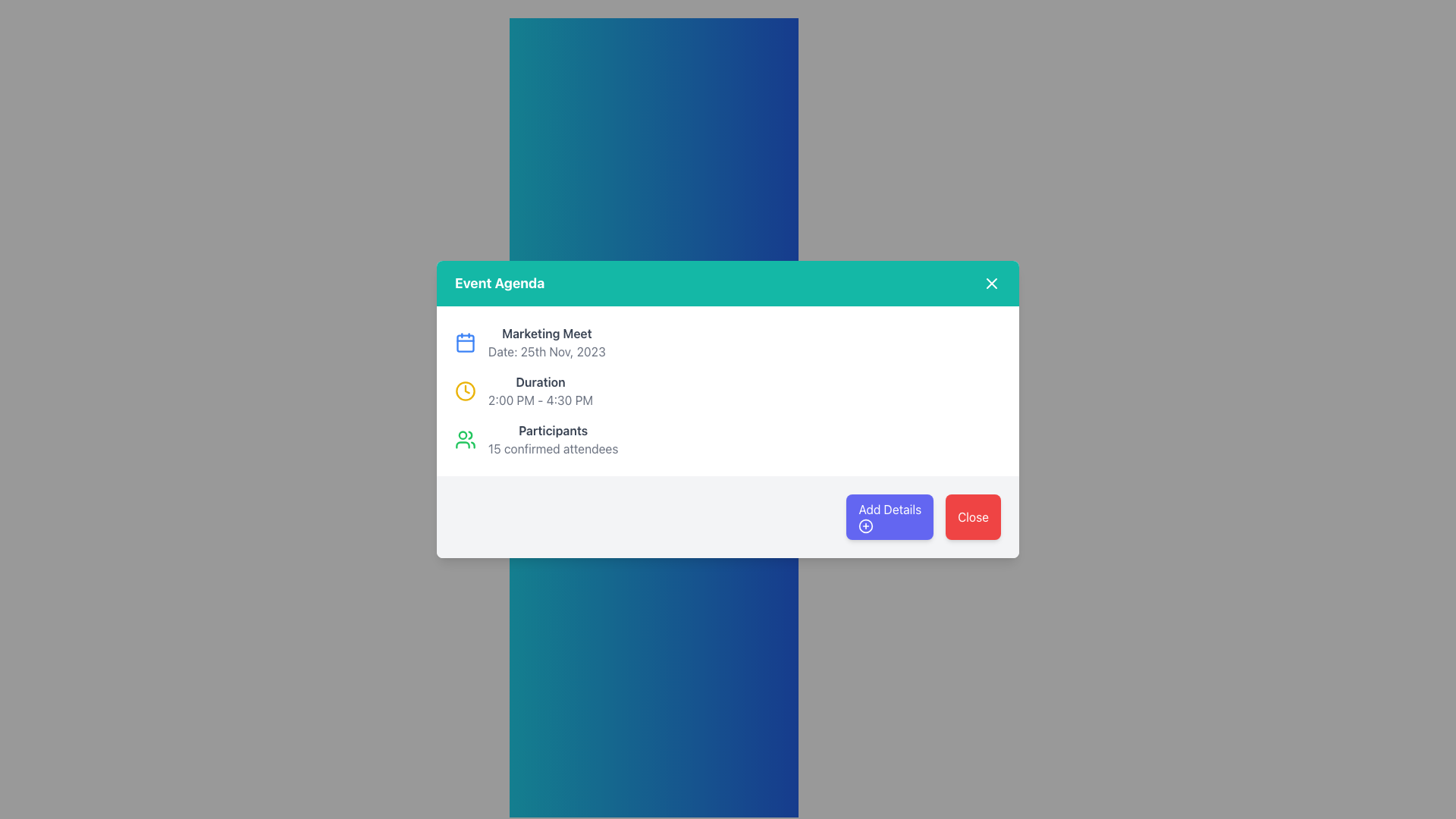  What do you see at coordinates (546, 342) in the screenshot?
I see `the topmost text block displaying the title and date information of an event in the 'Event Agenda' card, located to the right of a blue calendar icon` at bounding box center [546, 342].